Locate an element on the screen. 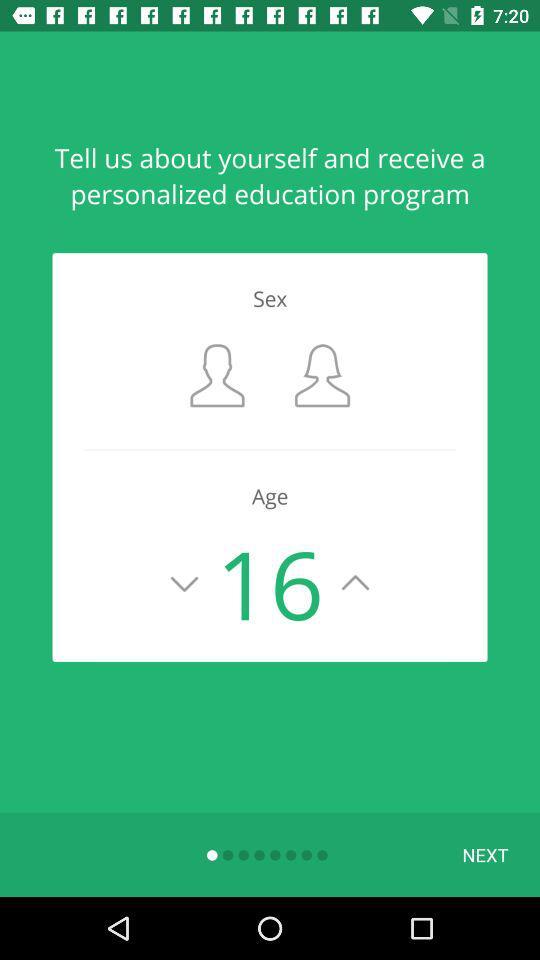  the gender is located at coordinates (216, 374).